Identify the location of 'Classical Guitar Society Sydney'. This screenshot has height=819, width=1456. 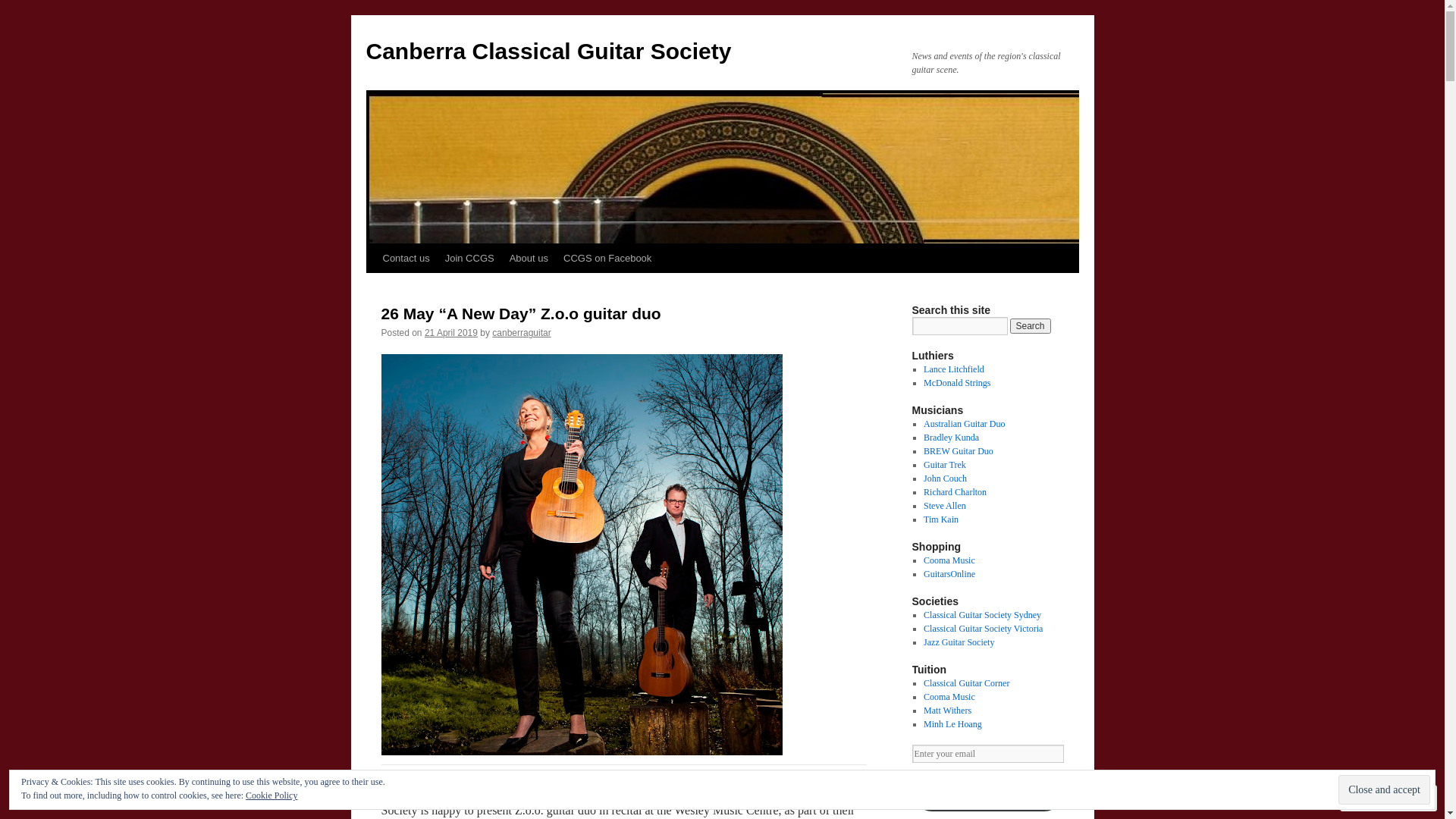
(982, 614).